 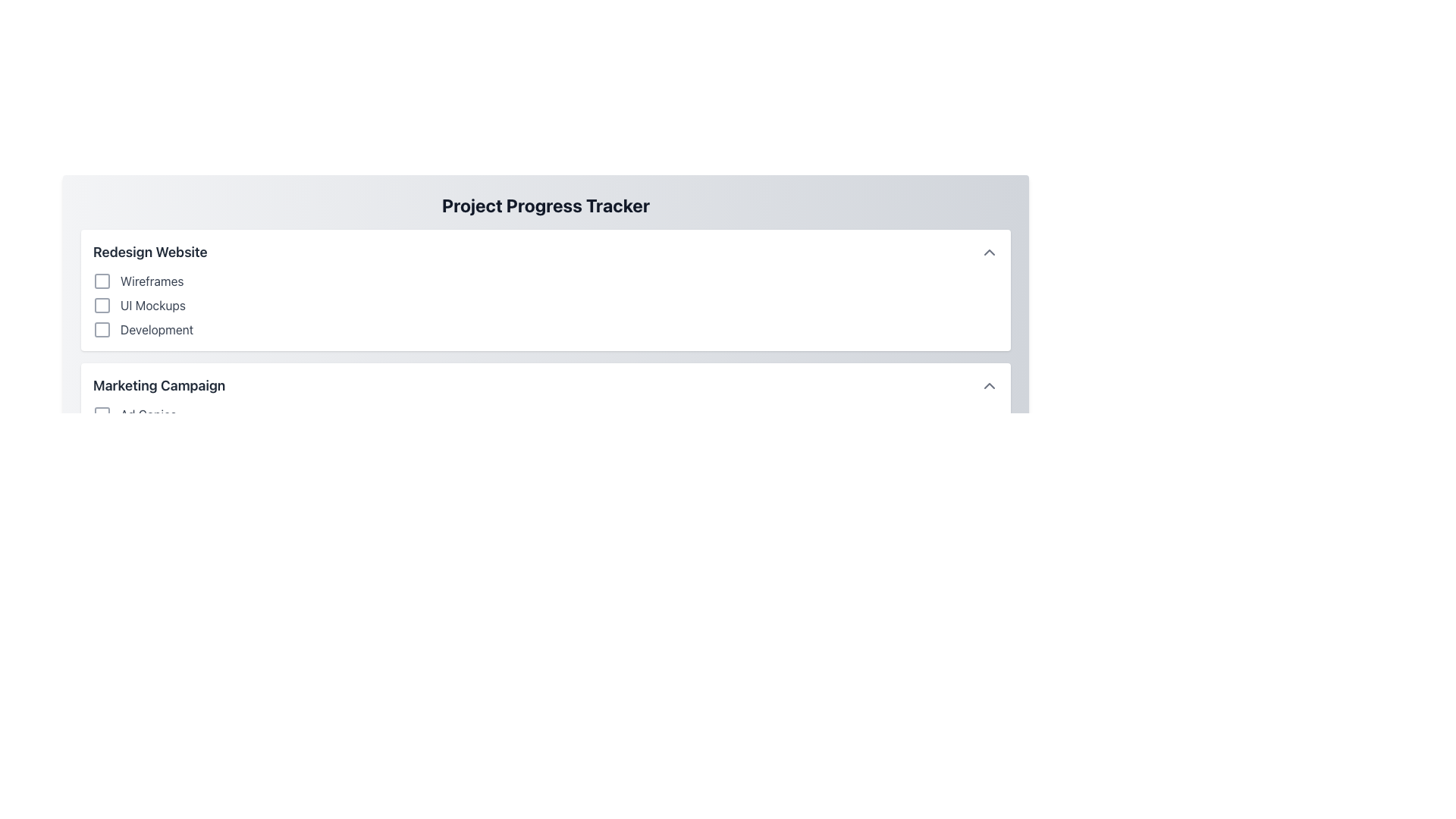 What do you see at coordinates (990, 251) in the screenshot?
I see `the interactive button located to the far right of the 'Redesign Website' section` at bounding box center [990, 251].